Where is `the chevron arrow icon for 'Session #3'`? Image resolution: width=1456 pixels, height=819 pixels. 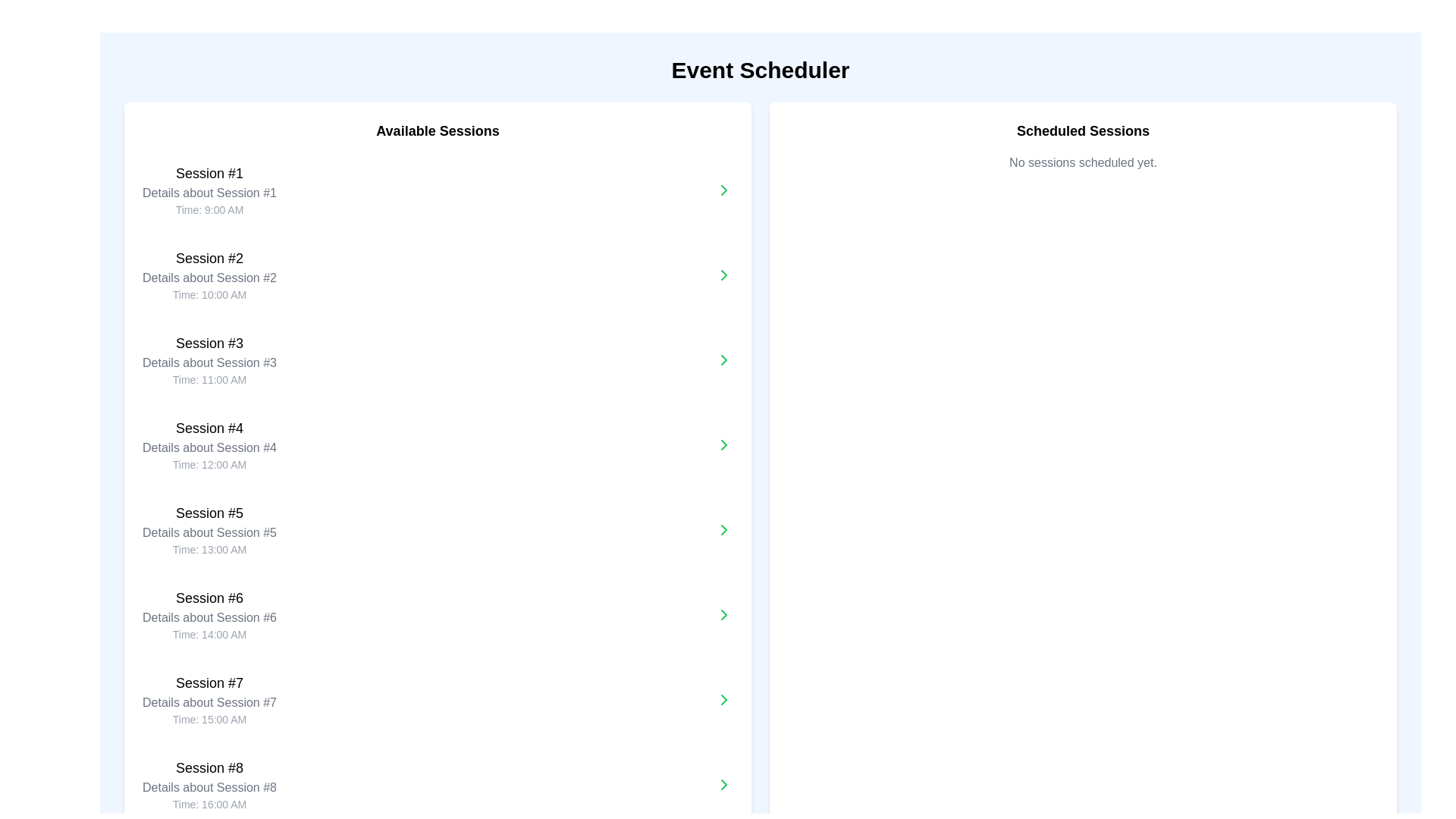 the chevron arrow icon for 'Session #3' is located at coordinates (723, 275).